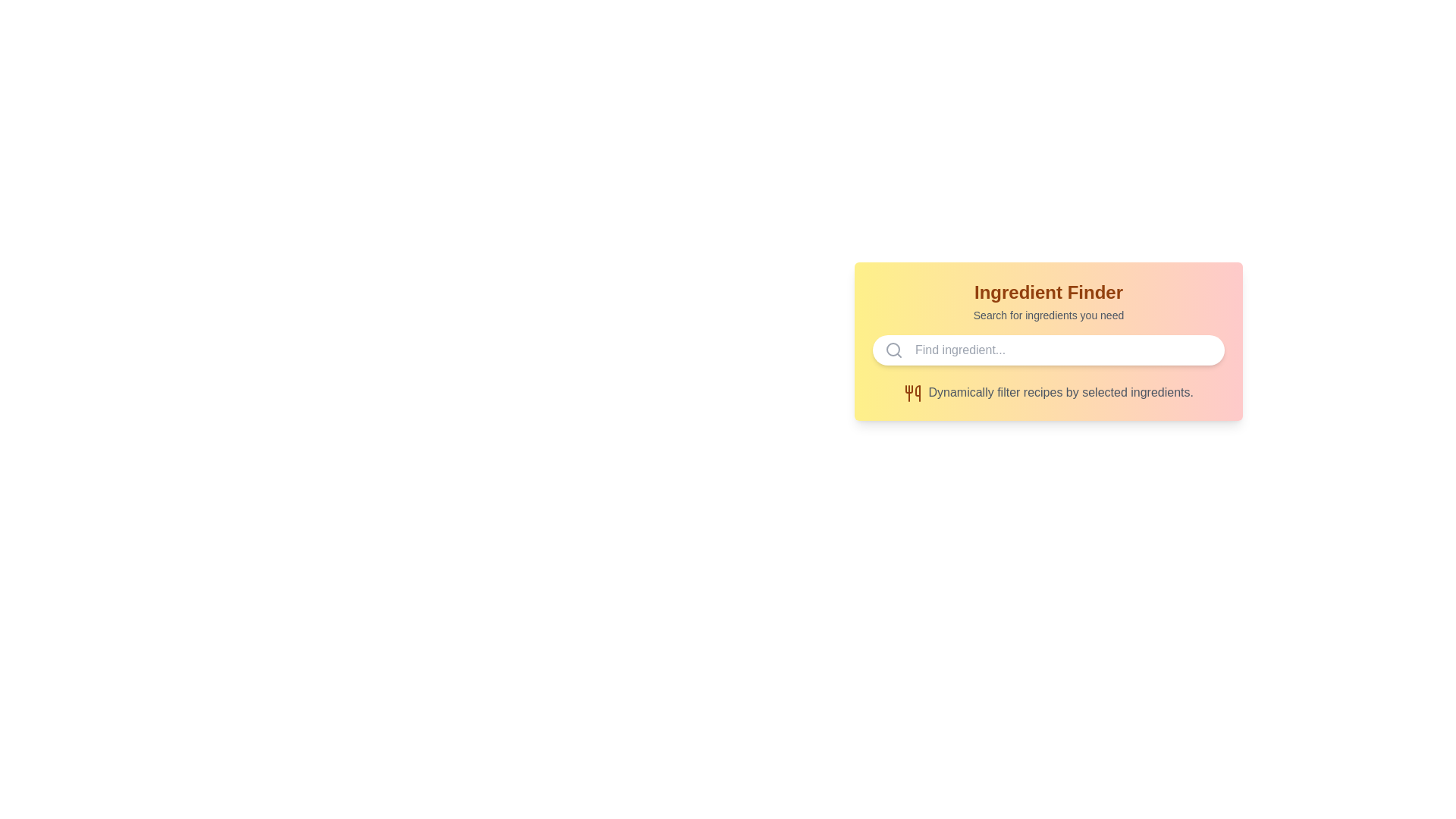  Describe the element at coordinates (1047, 391) in the screenshot. I see `the text label that says 'Dynamically filter recipes by selected ingredients.' which is styled in gray and located next to an orange utensils icon, positioned below an input field with a magnifying glass icon` at that location.